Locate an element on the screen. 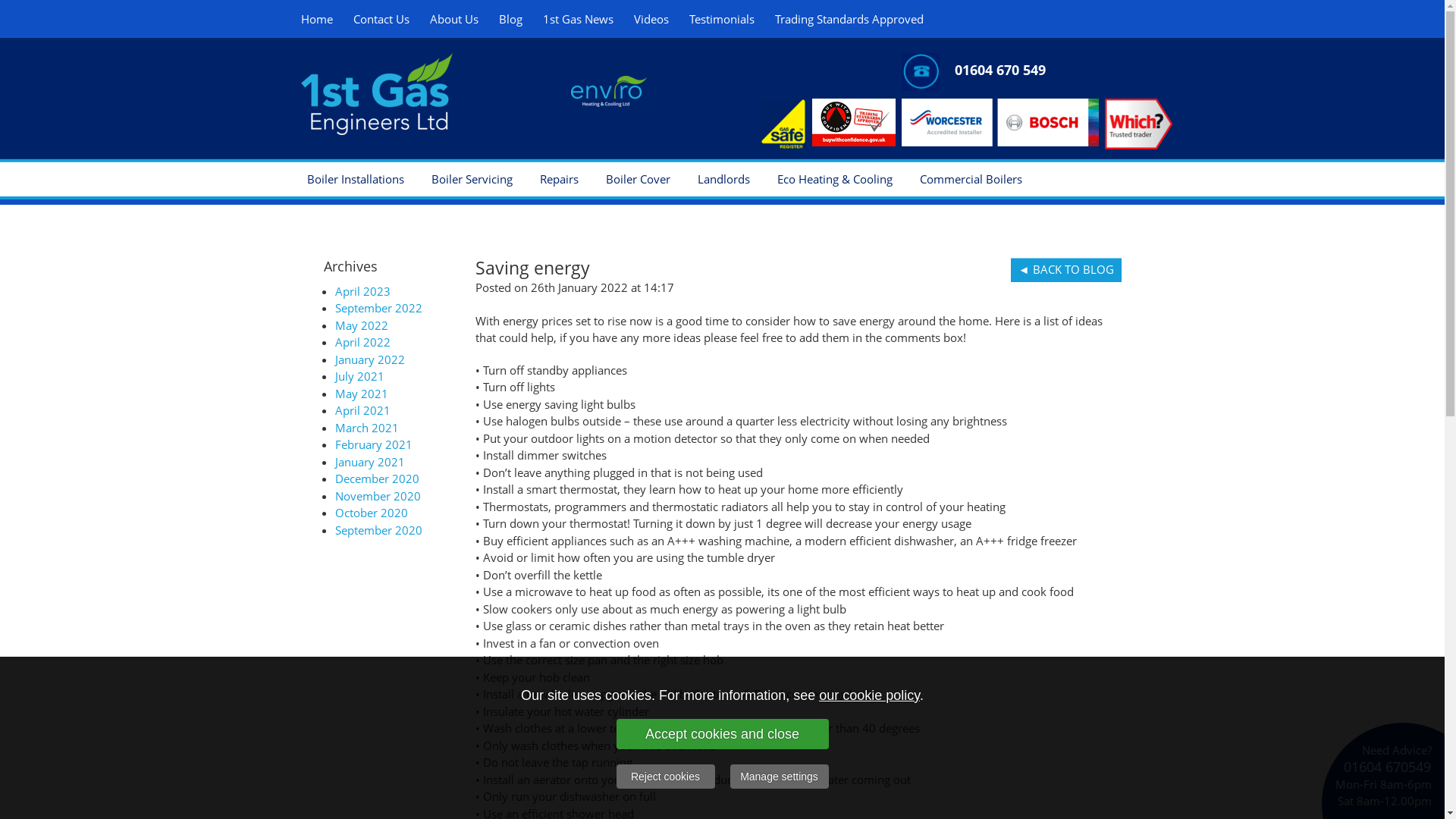 This screenshot has width=1456, height=819. 'Videos' is located at coordinates (651, 18).